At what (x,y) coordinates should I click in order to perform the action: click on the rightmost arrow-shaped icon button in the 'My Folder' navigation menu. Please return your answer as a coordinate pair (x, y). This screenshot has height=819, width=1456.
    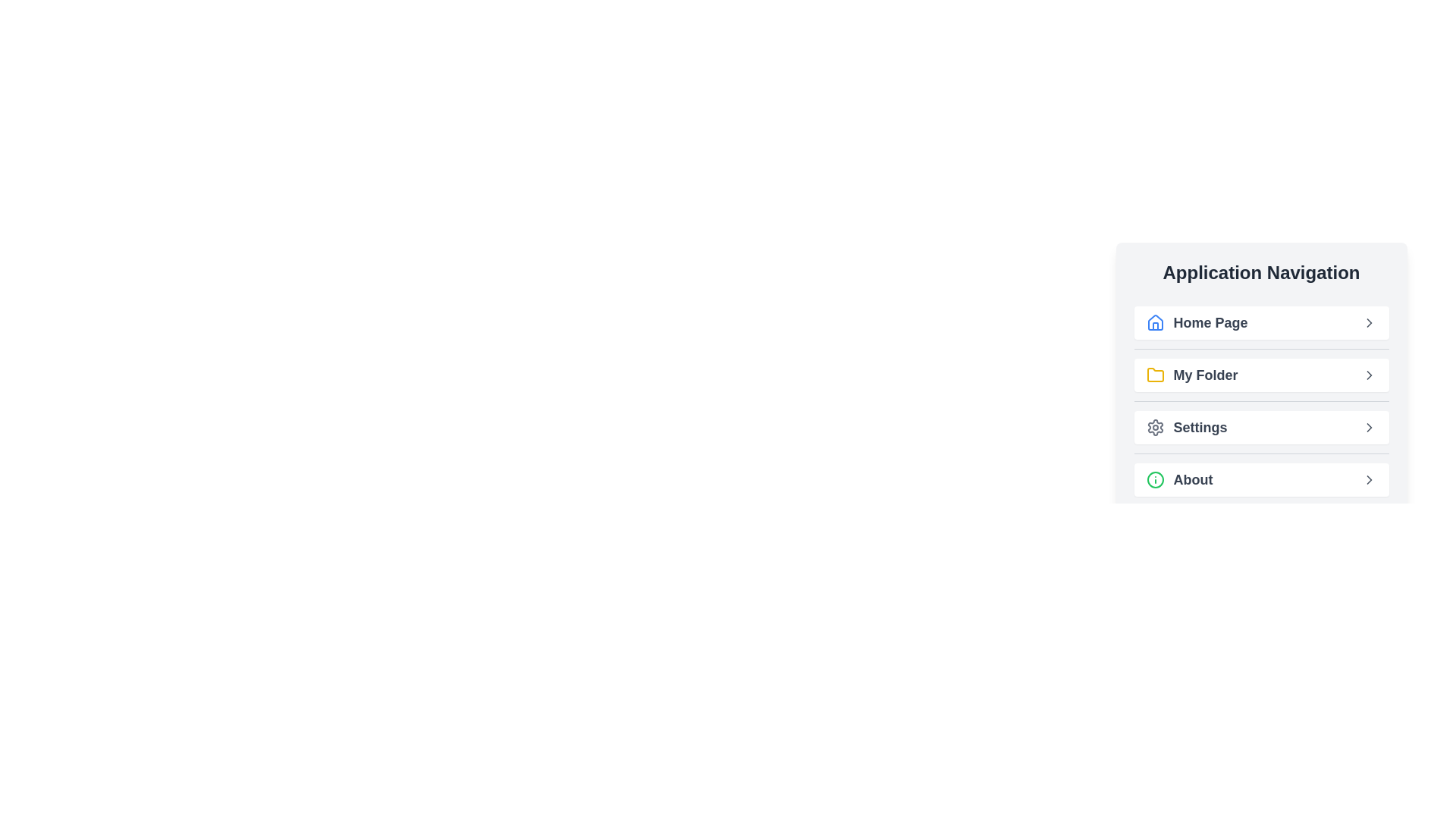
    Looking at the image, I should click on (1369, 375).